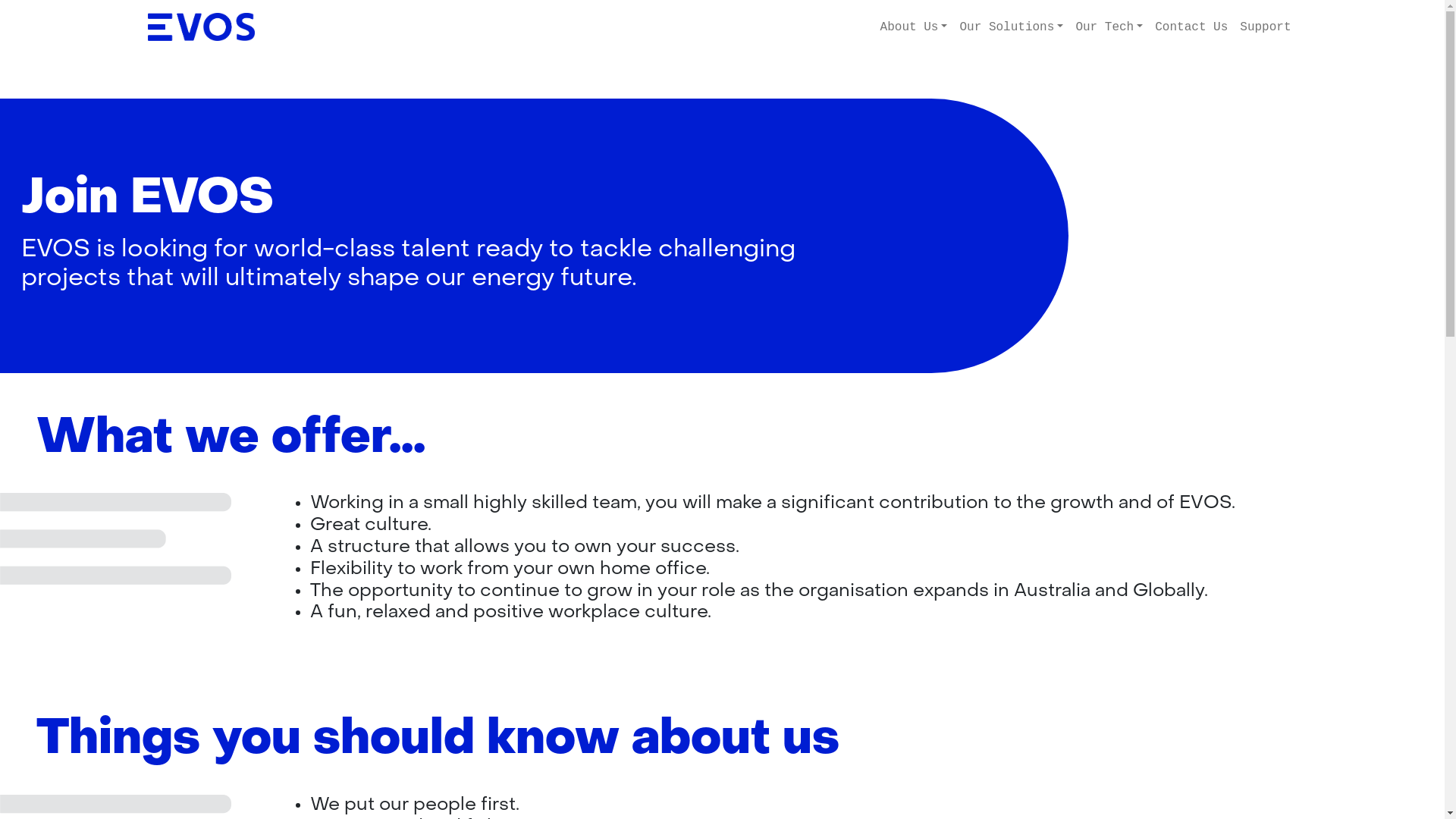  I want to click on 'Support', so click(1265, 27).